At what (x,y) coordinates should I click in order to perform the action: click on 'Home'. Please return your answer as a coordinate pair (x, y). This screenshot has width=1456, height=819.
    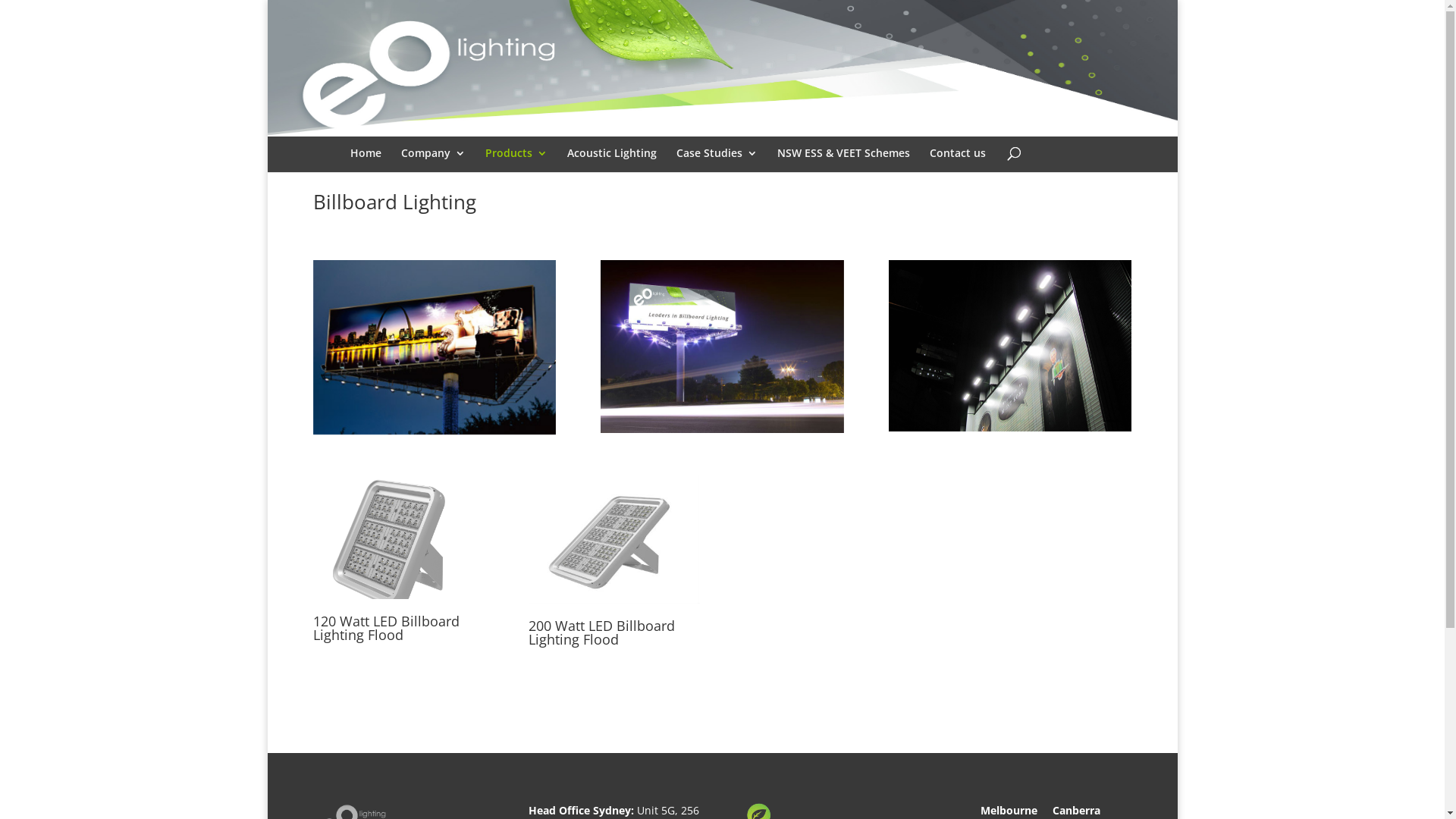
    Looking at the image, I should click on (366, 164).